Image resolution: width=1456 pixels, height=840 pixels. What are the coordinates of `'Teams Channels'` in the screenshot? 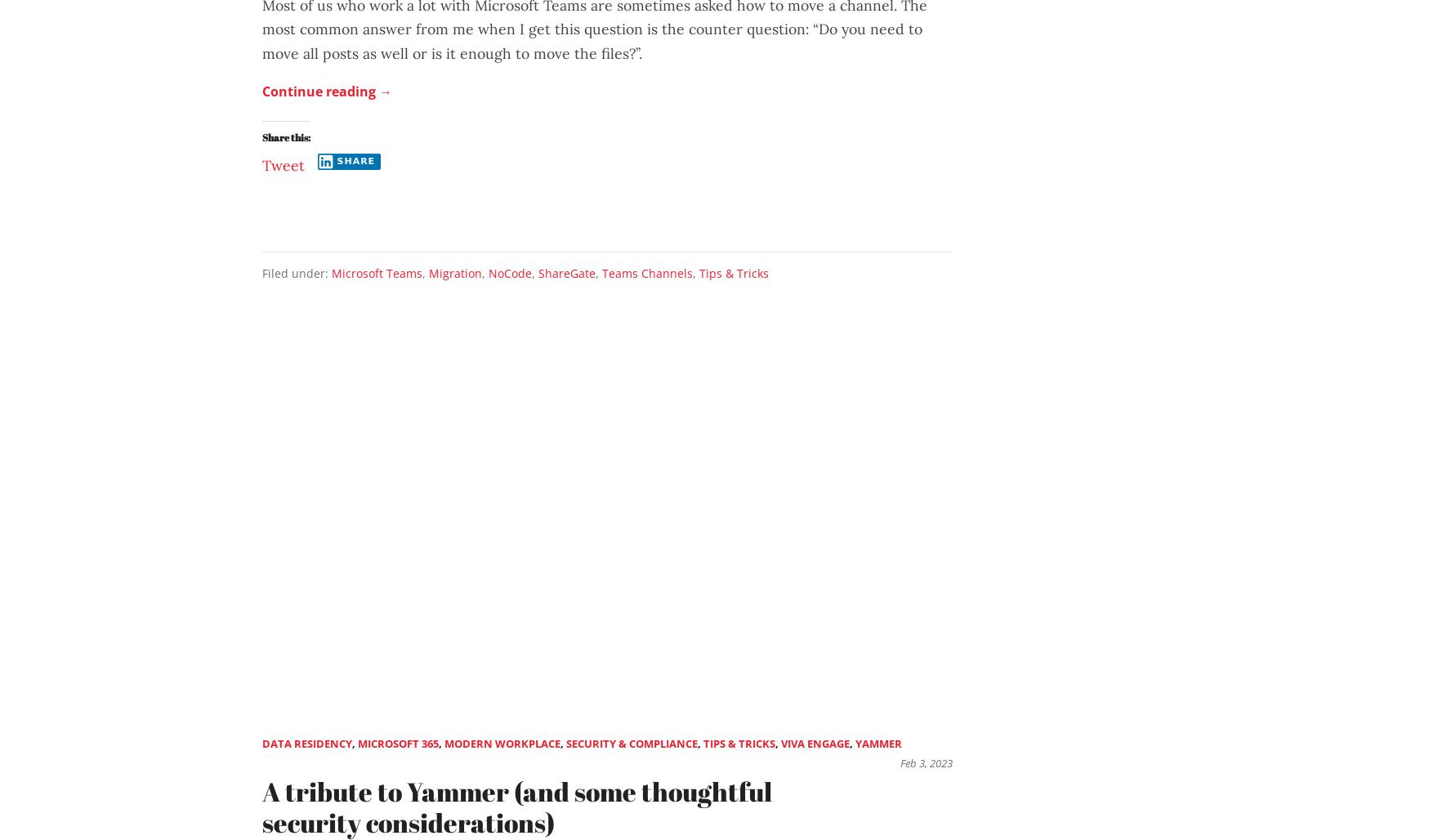 It's located at (647, 271).